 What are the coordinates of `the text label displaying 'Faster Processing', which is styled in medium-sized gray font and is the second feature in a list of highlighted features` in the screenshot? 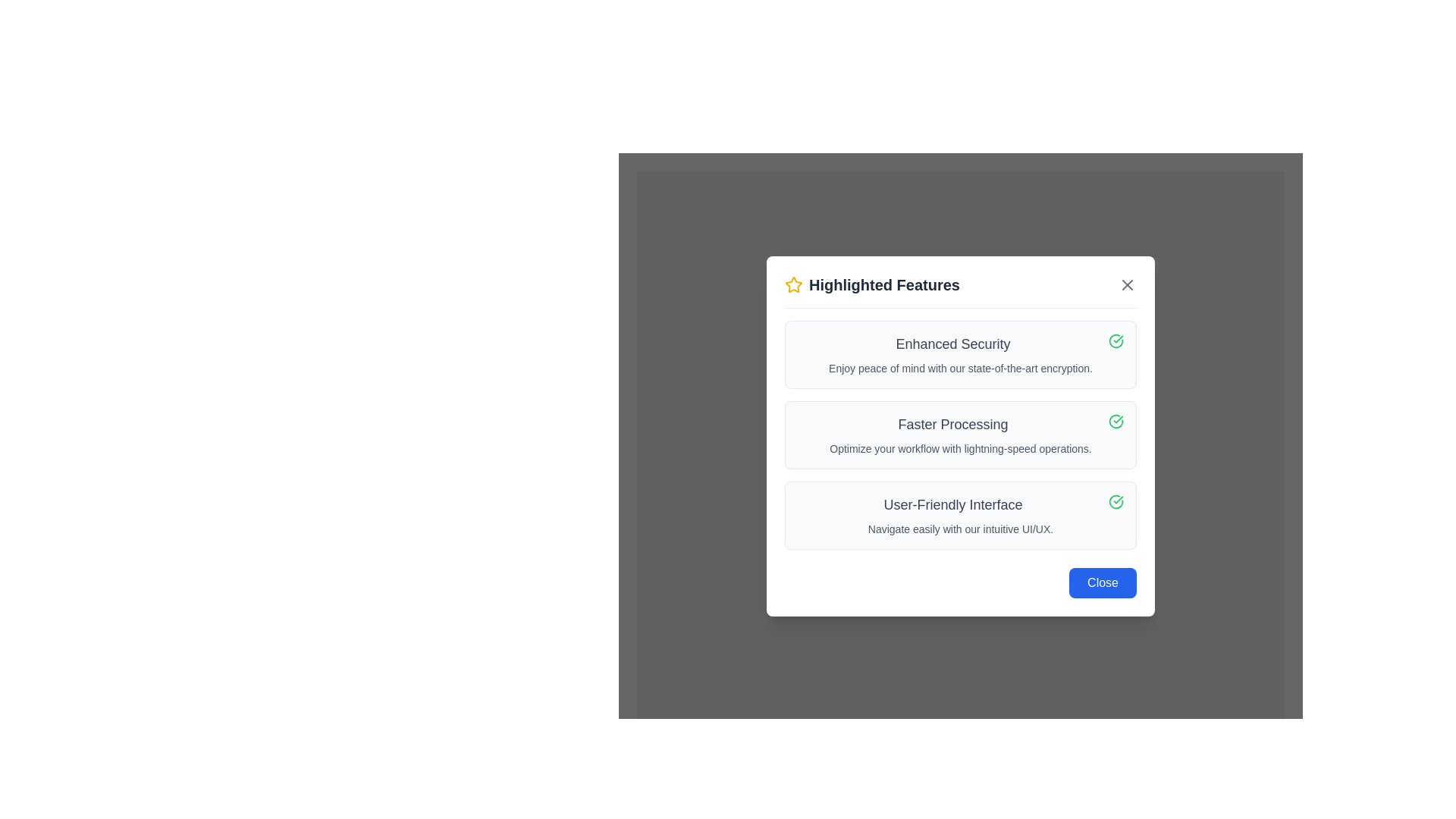 It's located at (960, 424).